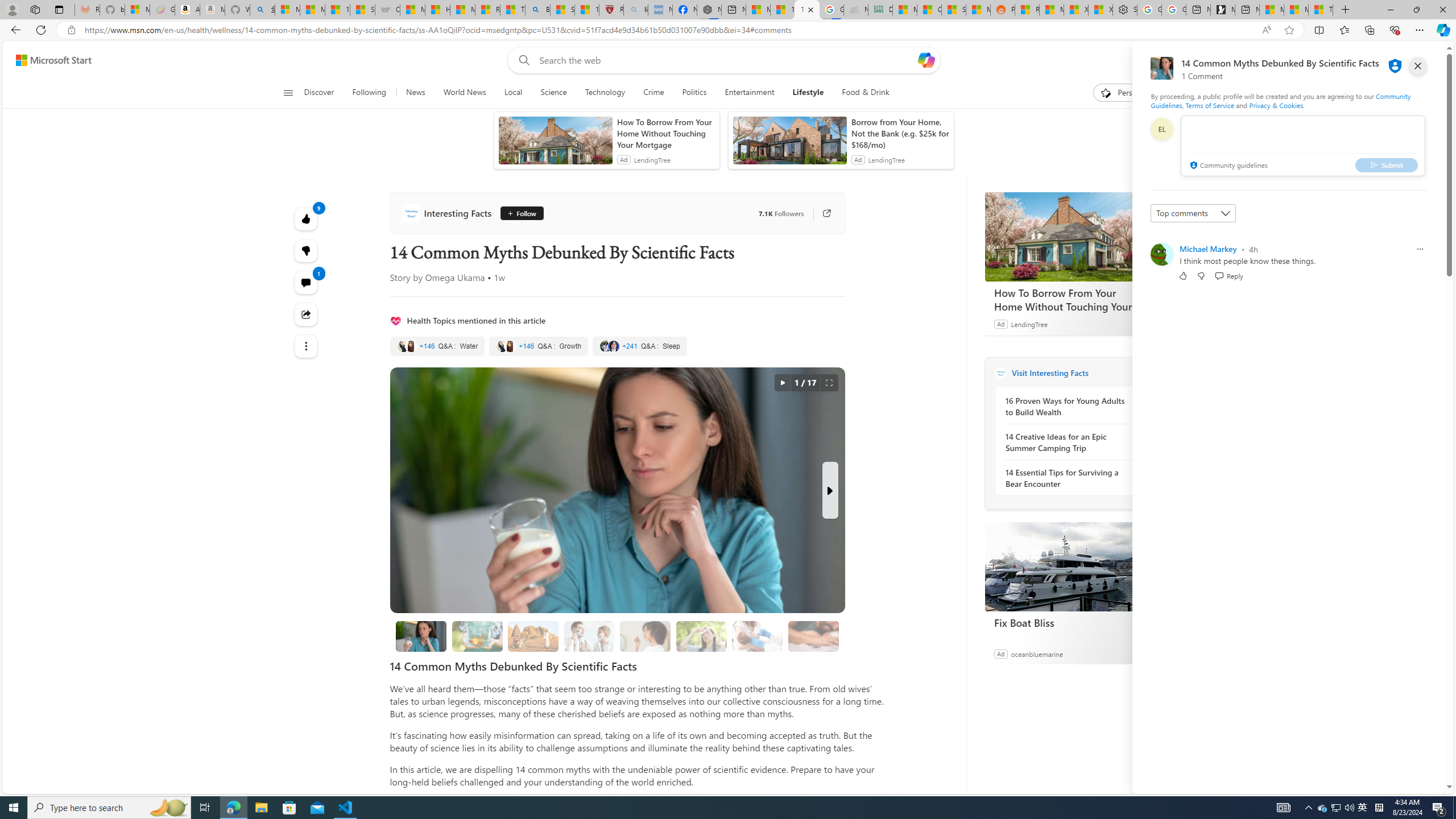  What do you see at coordinates (1027, 9) in the screenshot?
I see `'R******* | Trusted Community Engagement and Contributions'` at bounding box center [1027, 9].